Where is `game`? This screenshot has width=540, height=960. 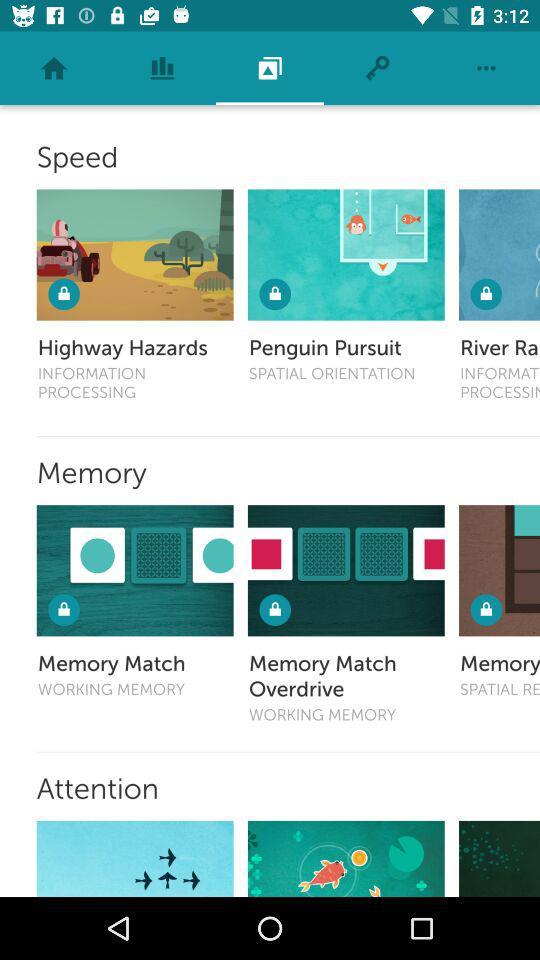
game is located at coordinates (345, 857).